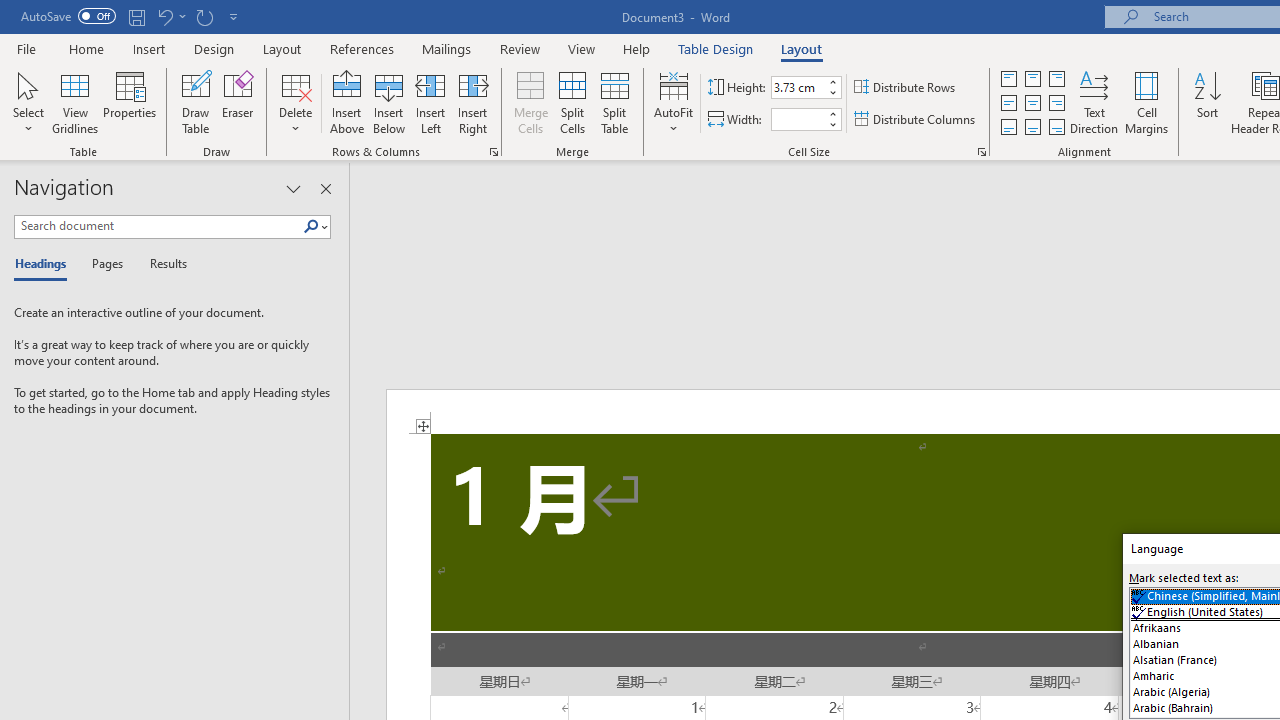 Image resolution: width=1280 pixels, height=720 pixels. What do you see at coordinates (614, 103) in the screenshot?
I see `'Split Table'` at bounding box center [614, 103].